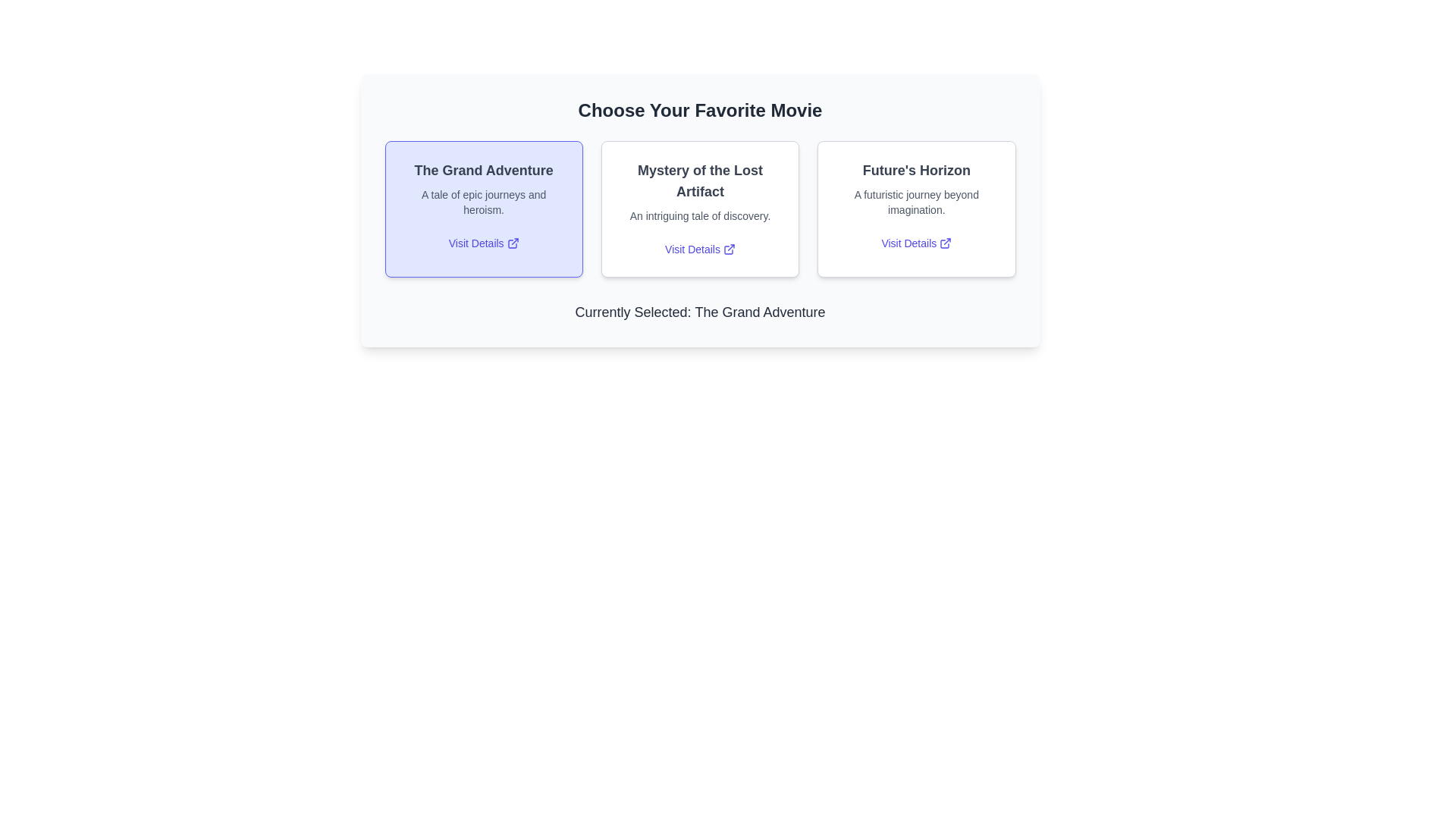 Image resolution: width=1456 pixels, height=819 pixels. What do you see at coordinates (699, 209) in the screenshot?
I see `descriptive text of the second movie segment in the grid layout located below the heading 'Choose Your Favorite Movie' and above 'Currently Selected: The Grand Adventure'` at bounding box center [699, 209].